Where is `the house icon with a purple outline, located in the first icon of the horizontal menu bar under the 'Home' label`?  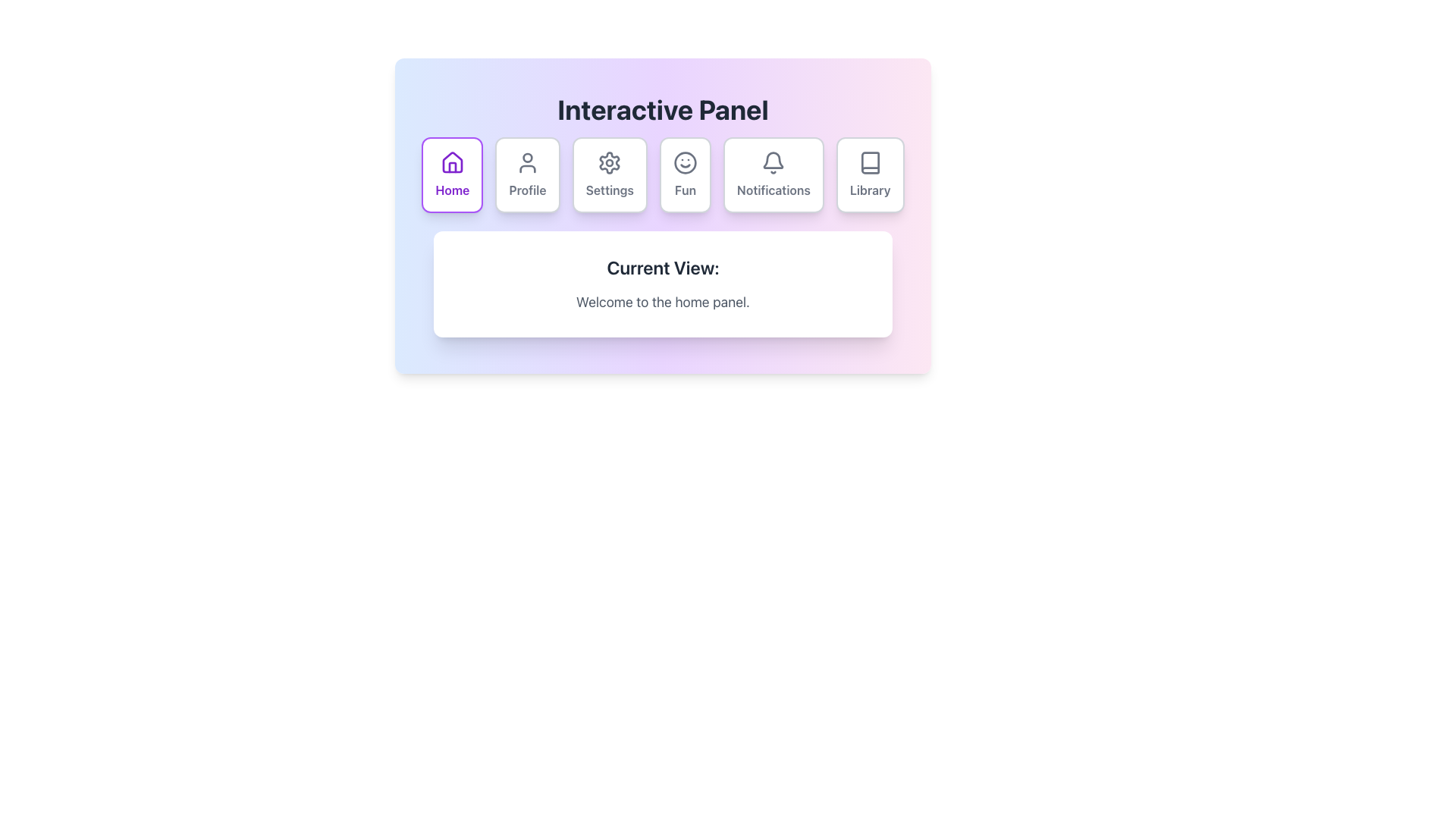 the house icon with a purple outline, located in the first icon of the horizontal menu bar under the 'Home' label is located at coordinates (451, 162).